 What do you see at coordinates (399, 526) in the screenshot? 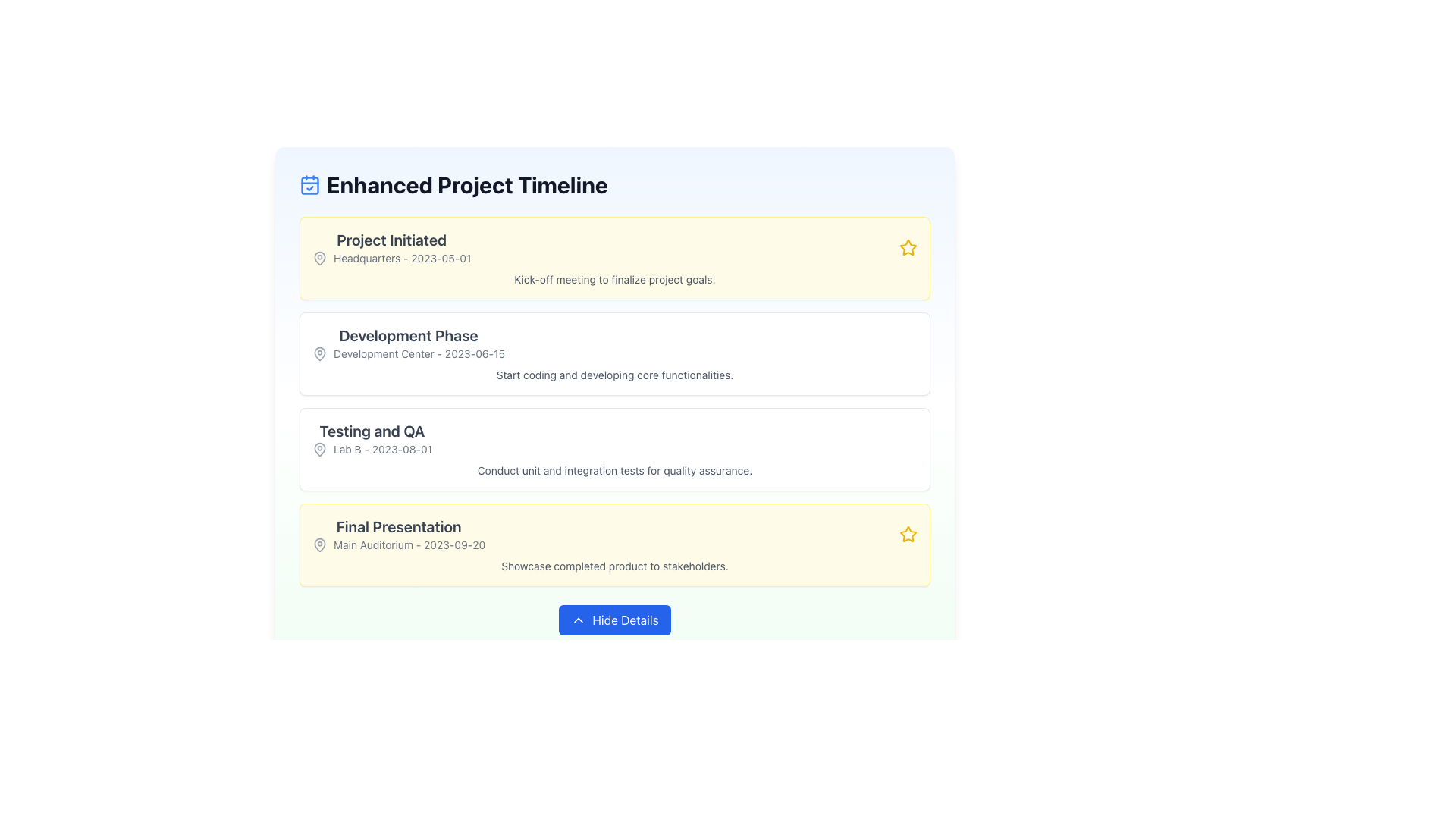
I see `the text label displaying 'Final Presentation' which is prominently styled in gray on a yellow background, positioned above the secondary text 'Main Auditorium - 2023-09-20'` at bounding box center [399, 526].